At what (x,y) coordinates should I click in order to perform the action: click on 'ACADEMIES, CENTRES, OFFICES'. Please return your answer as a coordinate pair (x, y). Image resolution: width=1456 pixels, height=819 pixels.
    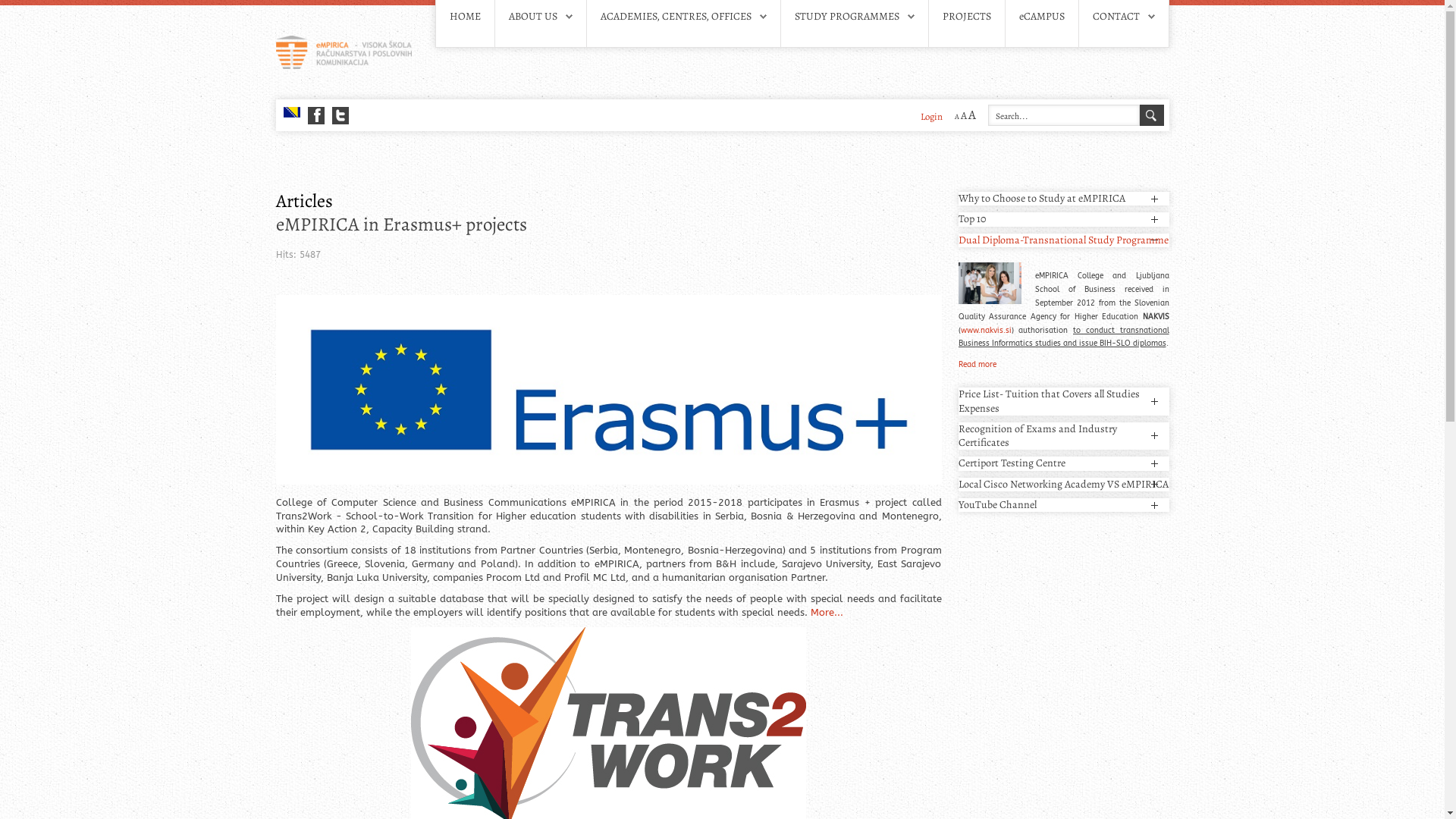
    Looking at the image, I should click on (675, 16).